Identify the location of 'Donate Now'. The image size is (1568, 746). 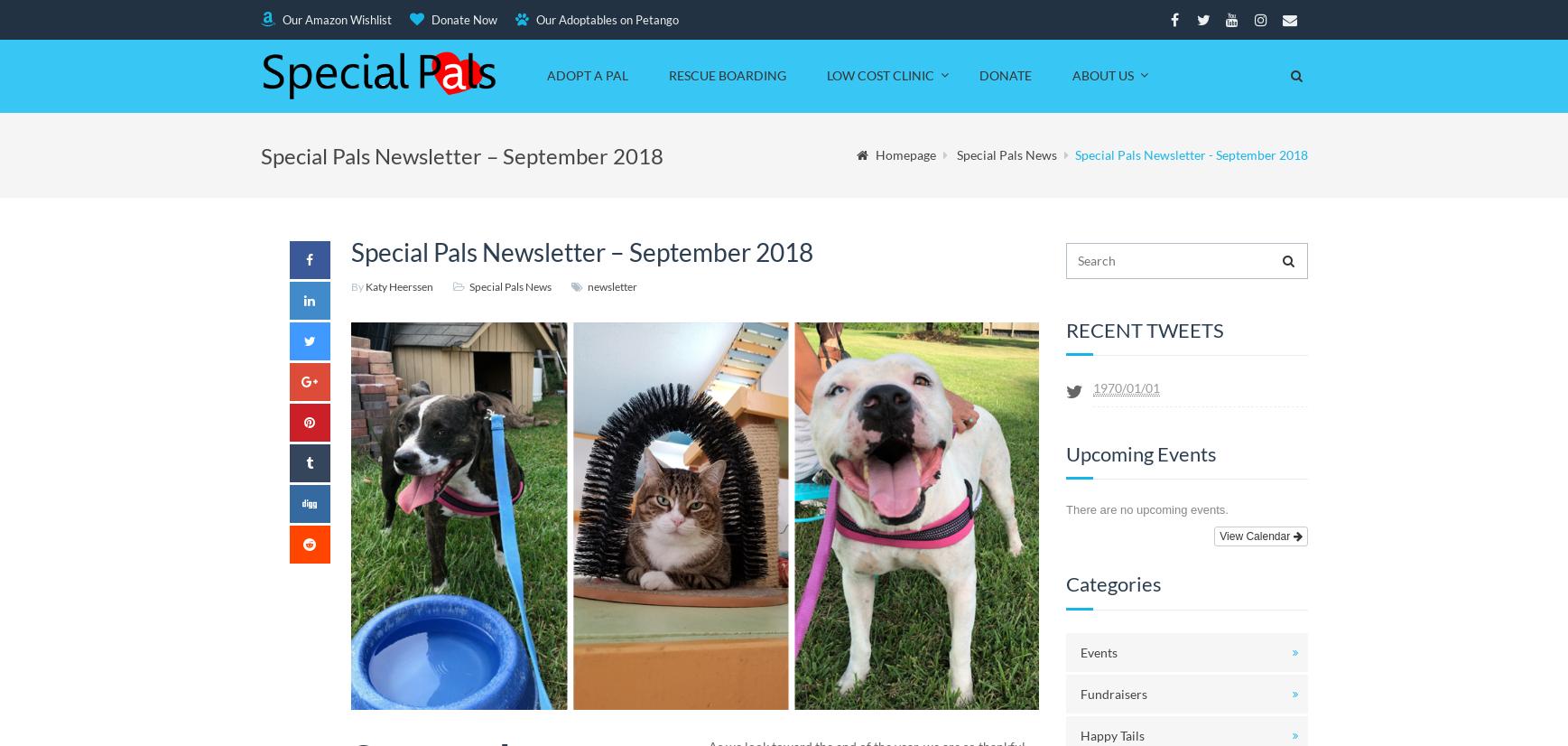
(461, 19).